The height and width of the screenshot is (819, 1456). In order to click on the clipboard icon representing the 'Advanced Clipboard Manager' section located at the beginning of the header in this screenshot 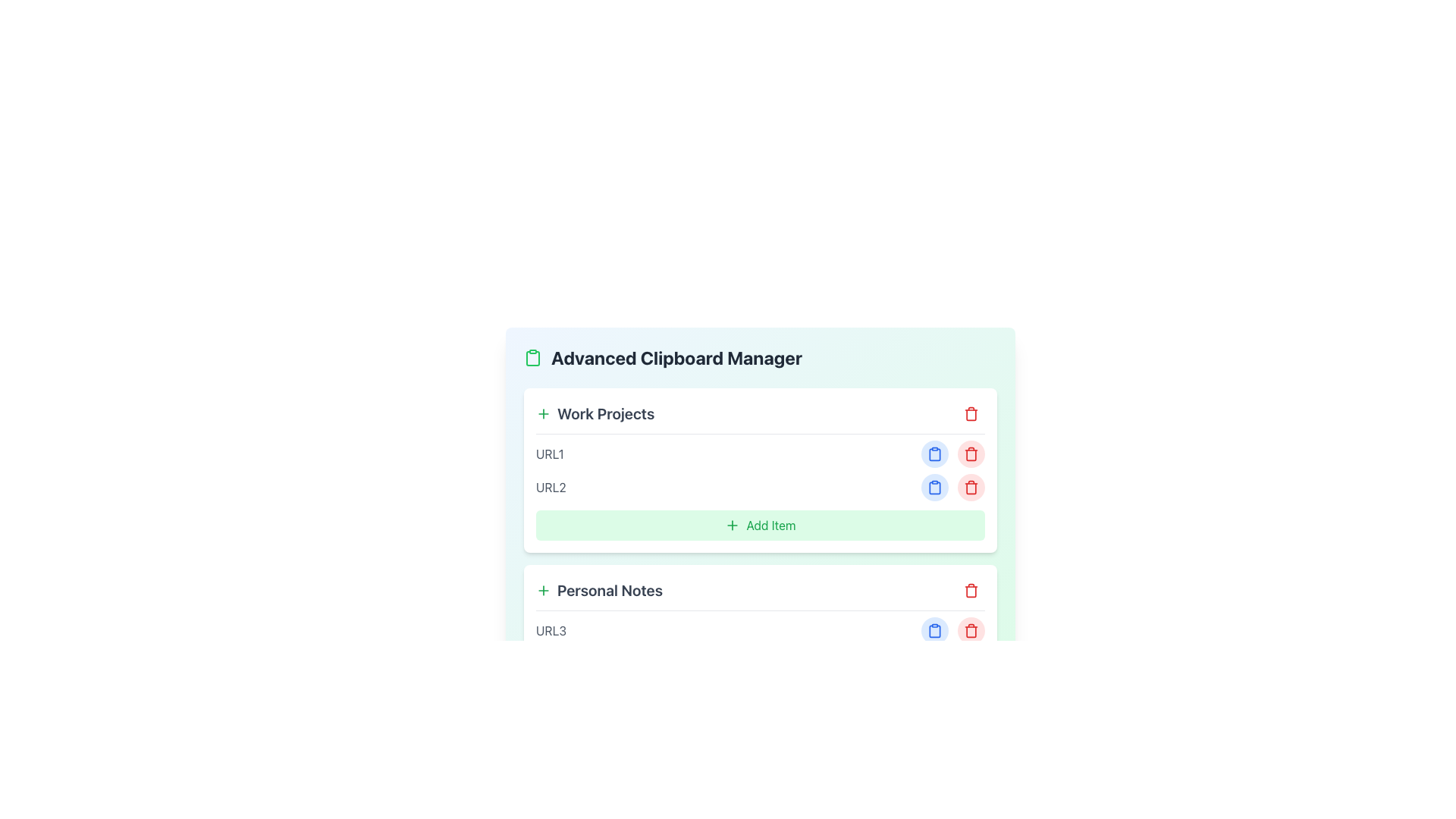, I will do `click(532, 357)`.